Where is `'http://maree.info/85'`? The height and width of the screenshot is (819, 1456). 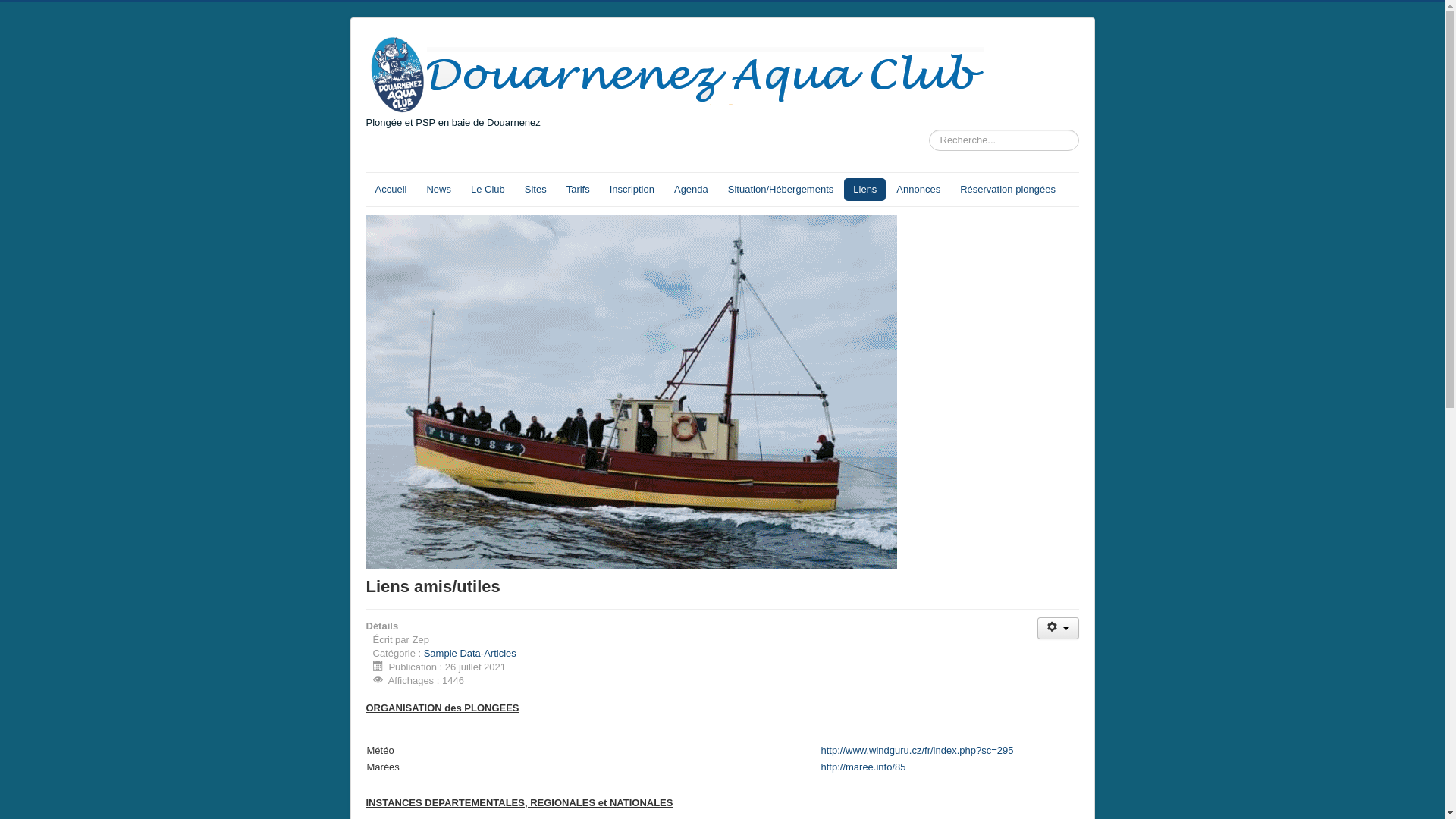 'http://maree.info/85' is located at coordinates (862, 767).